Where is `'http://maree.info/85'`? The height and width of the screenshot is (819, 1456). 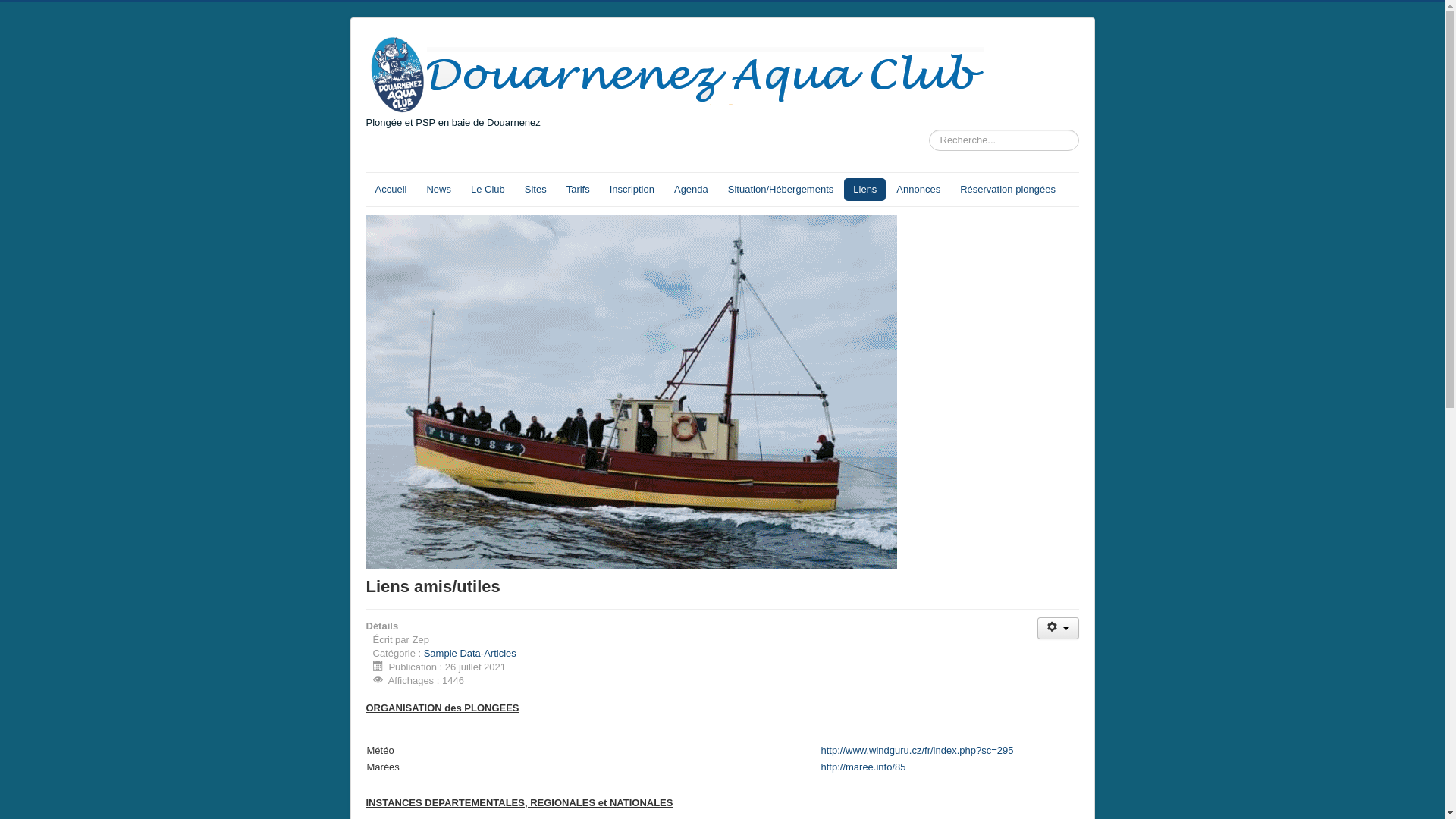 'http://maree.info/85' is located at coordinates (862, 767).